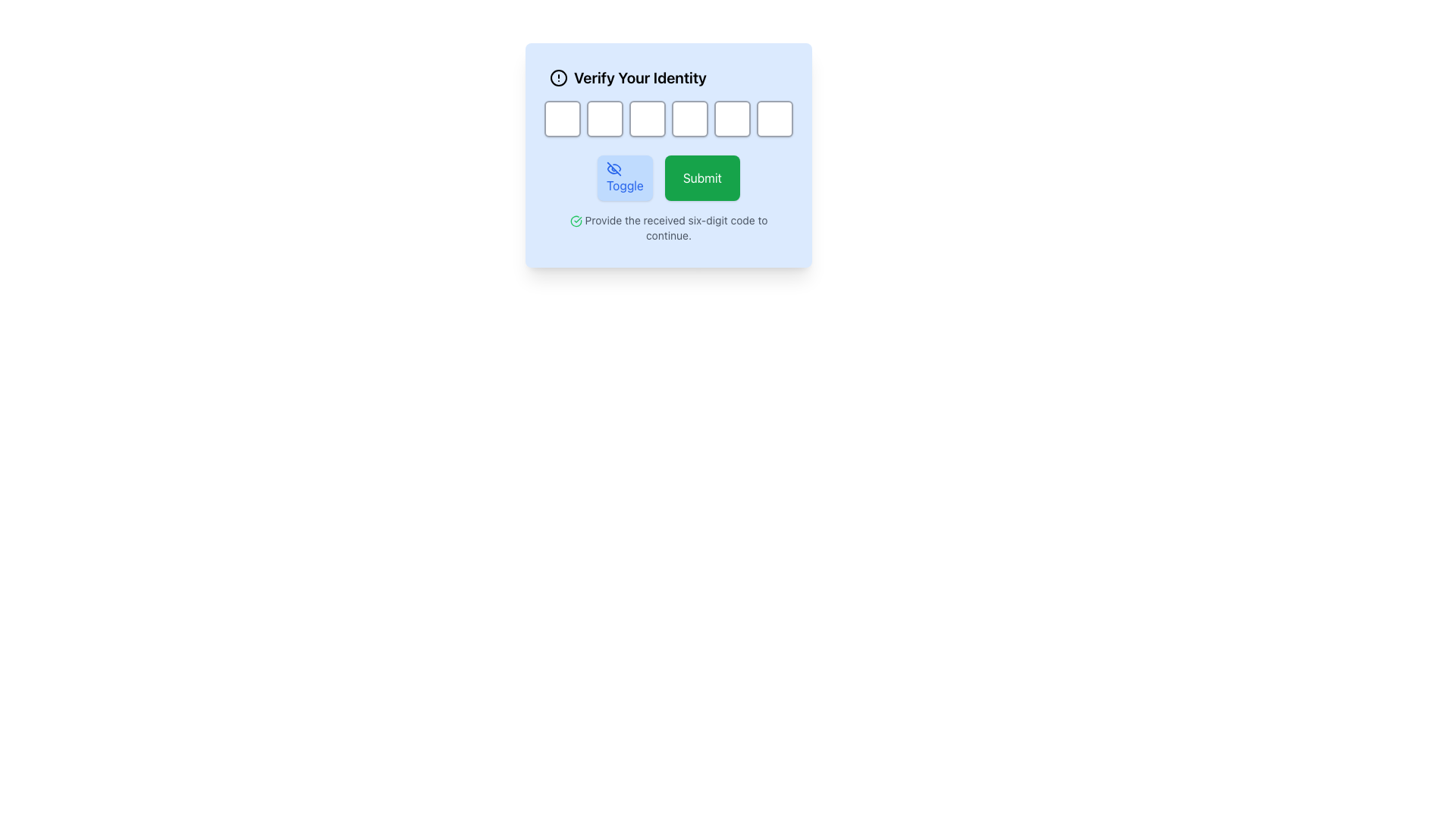  I want to click on the third input field for entering a digit of the six-digit verification code, so click(668, 118).